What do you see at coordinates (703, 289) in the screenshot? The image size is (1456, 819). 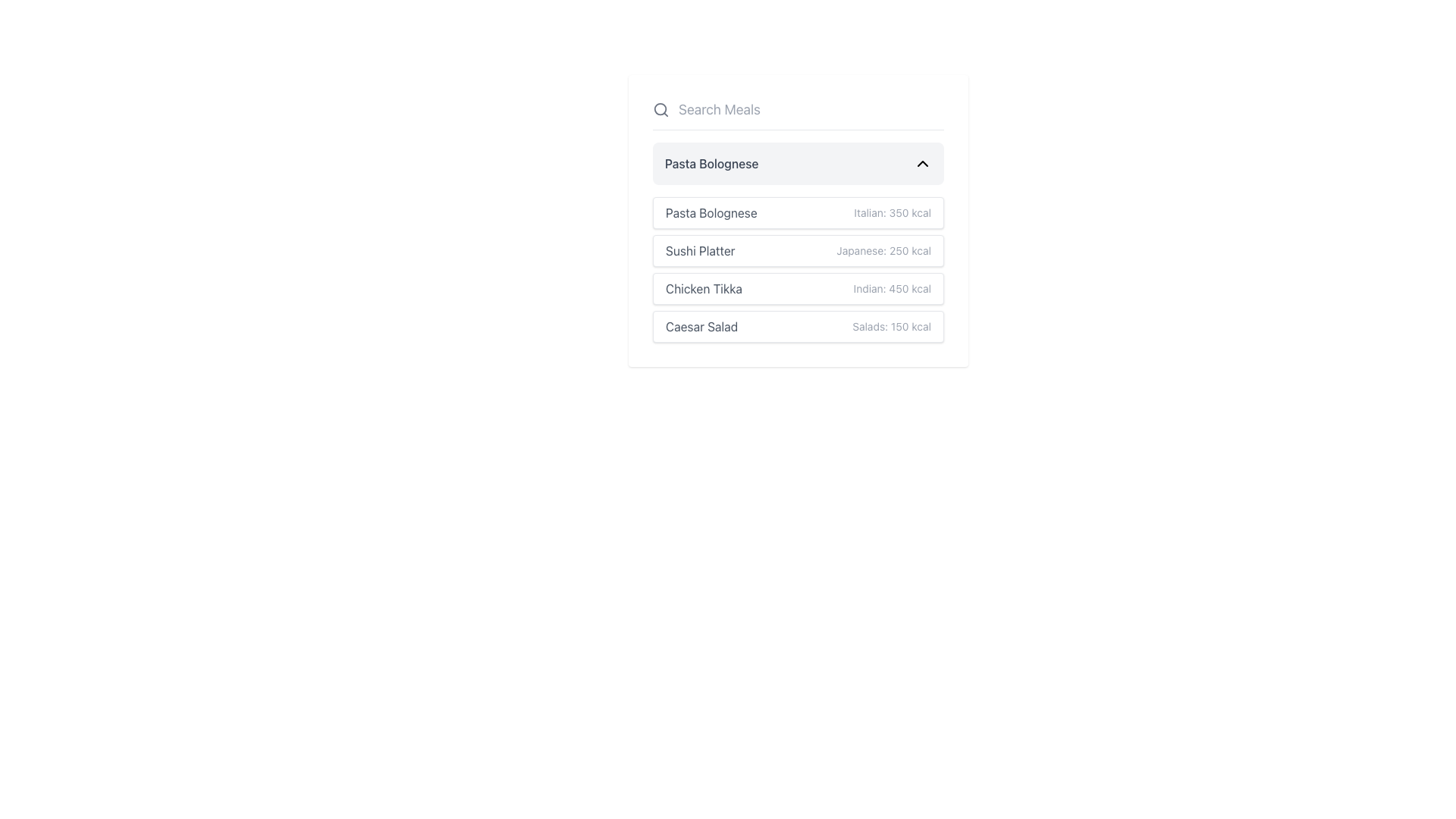 I see `text from the Text Label displaying 'Chicken Tikka' in a gray font, which is positioned as the primary title in the third item of a vertical dropdown menu` at bounding box center [703, 289].